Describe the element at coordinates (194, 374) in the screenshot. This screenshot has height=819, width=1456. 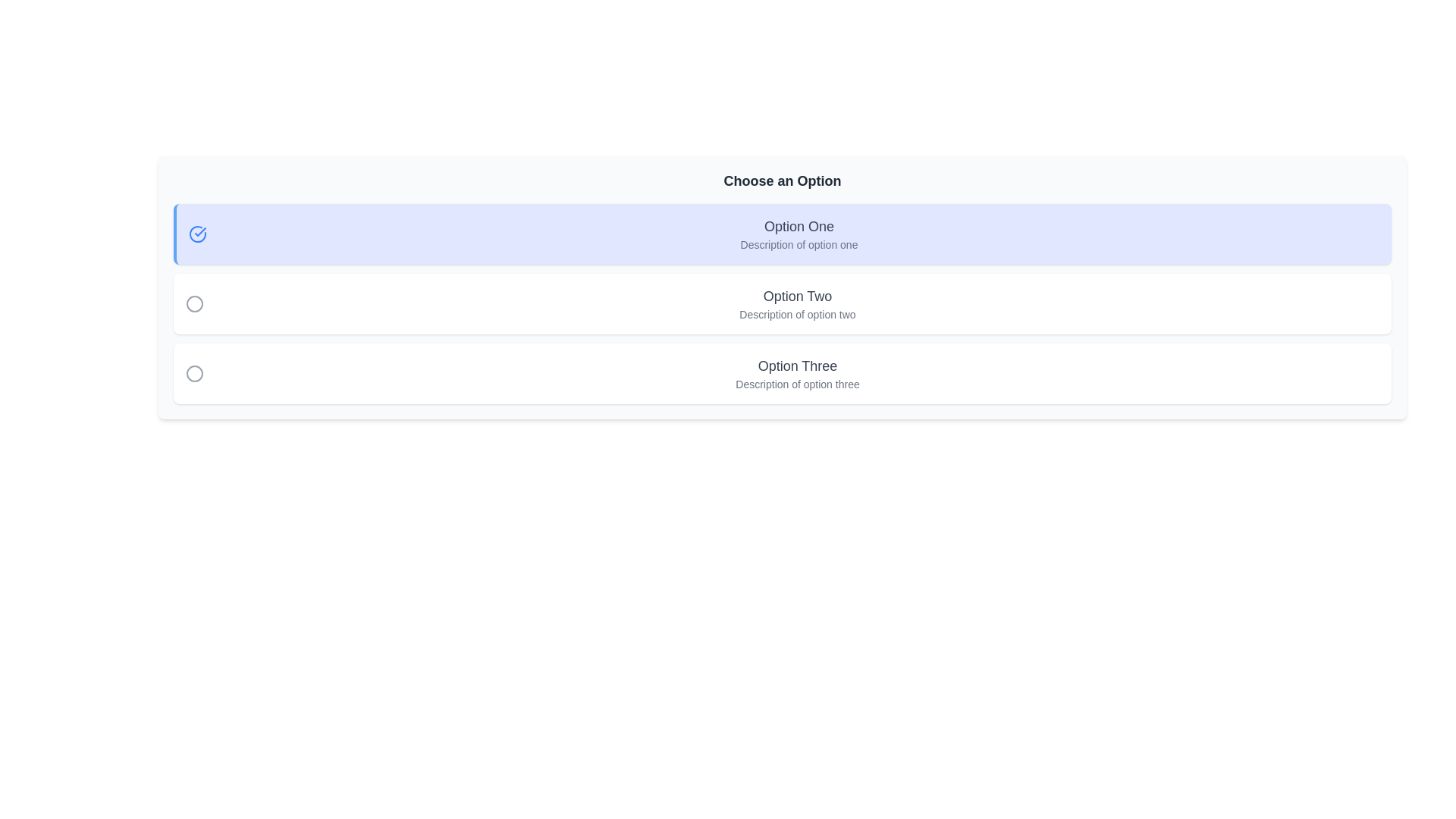
I see `the SVG element with a circular shape located at the top-left corner of the button labeled 'Option Three'` at that location.